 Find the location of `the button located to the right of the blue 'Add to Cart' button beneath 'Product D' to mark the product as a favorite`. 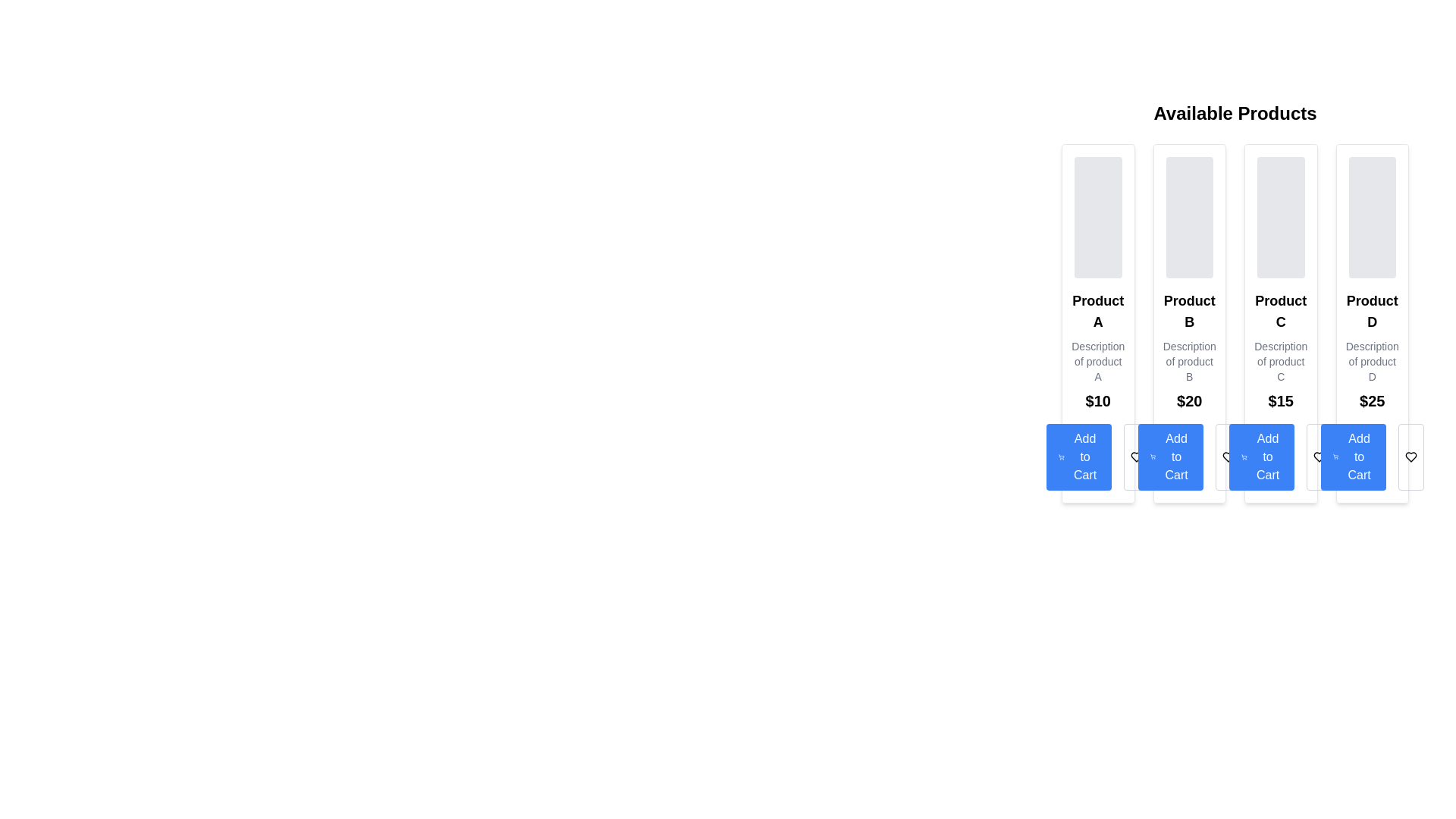

the button located to the right of the blue 'Add to Cart' button beneath 'Product D' to mark the product as a favorite is located at coordinates (1410, 456).